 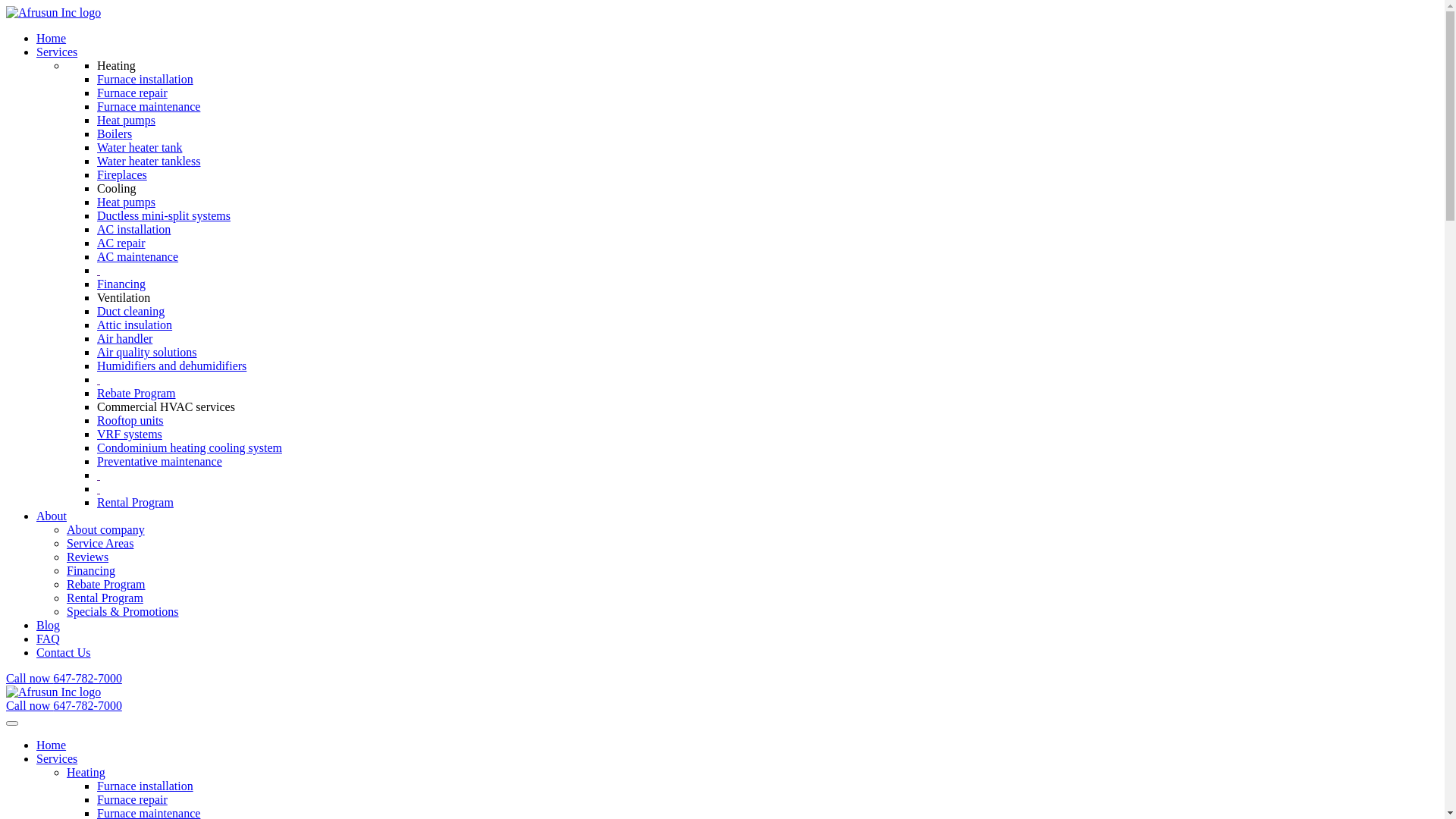 I want to click on 'Home', so click(x=51, y=744).